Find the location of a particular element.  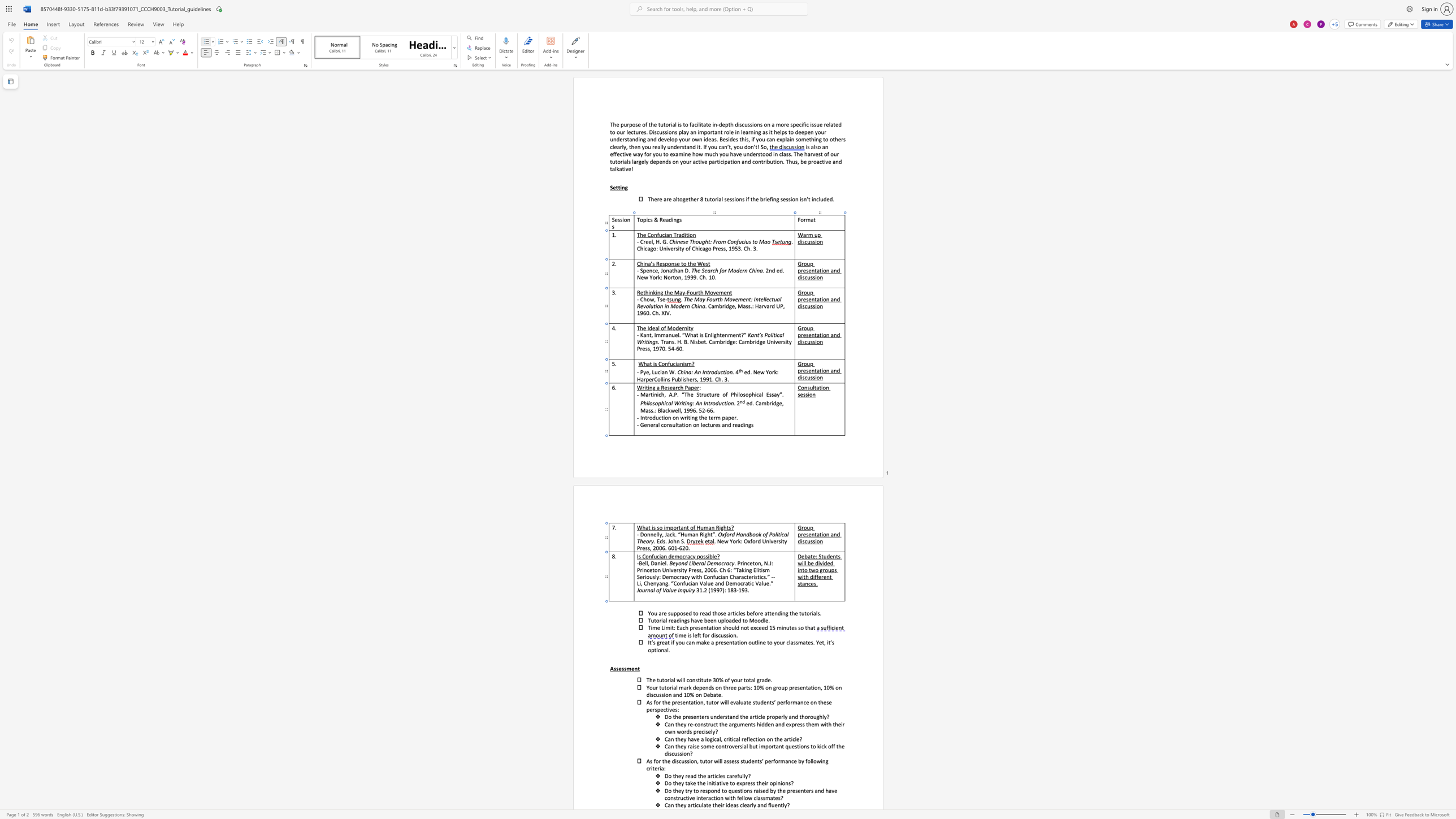

the space between the continuous character "r" and "i" in the text is located at coordinates (669, 680).